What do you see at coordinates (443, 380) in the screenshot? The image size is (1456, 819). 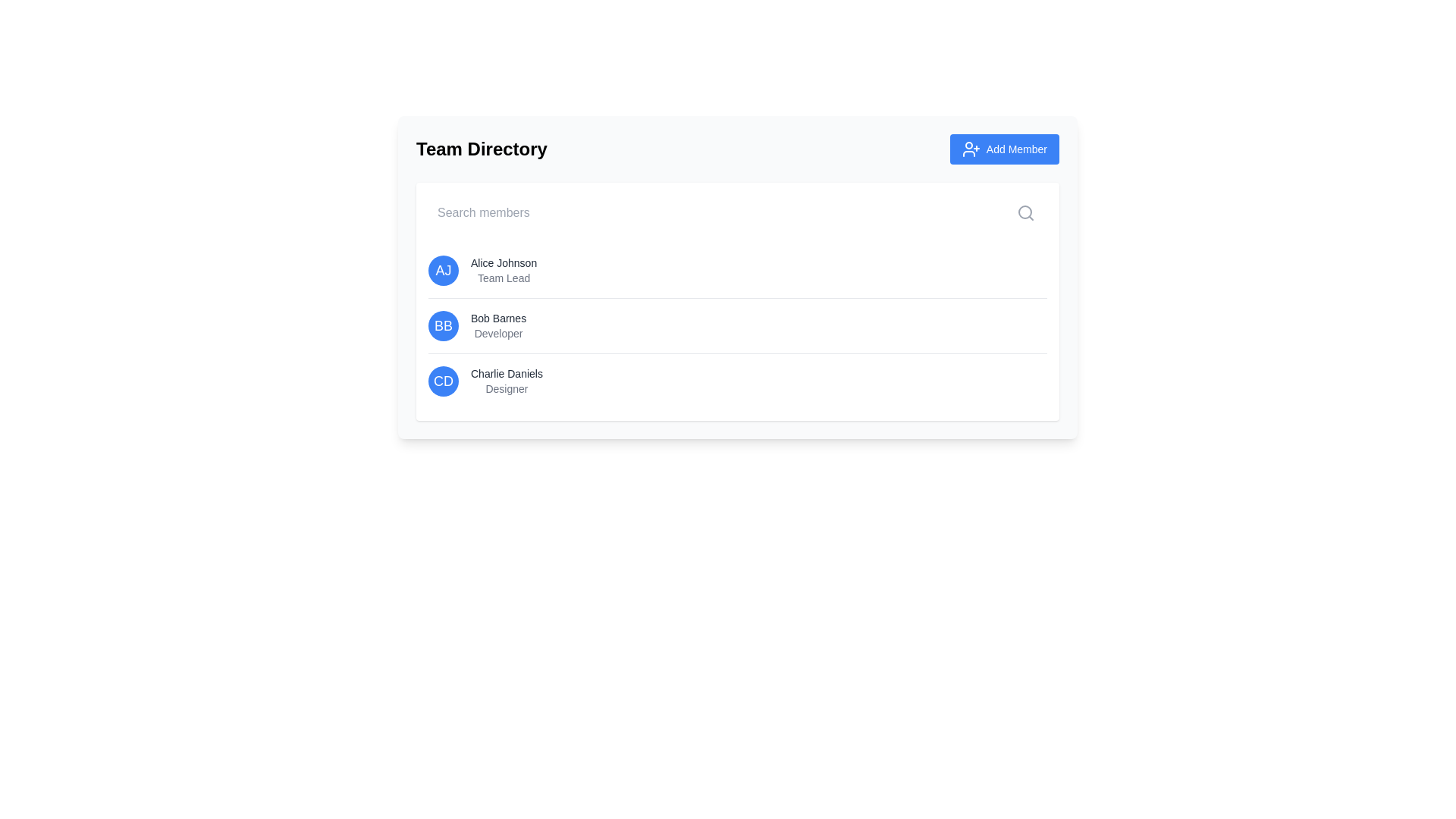 I see `the text displaying the initials 'CD' in bold within a circular blue background, located on the third row of the members' list` at bounding box center [443, 380].